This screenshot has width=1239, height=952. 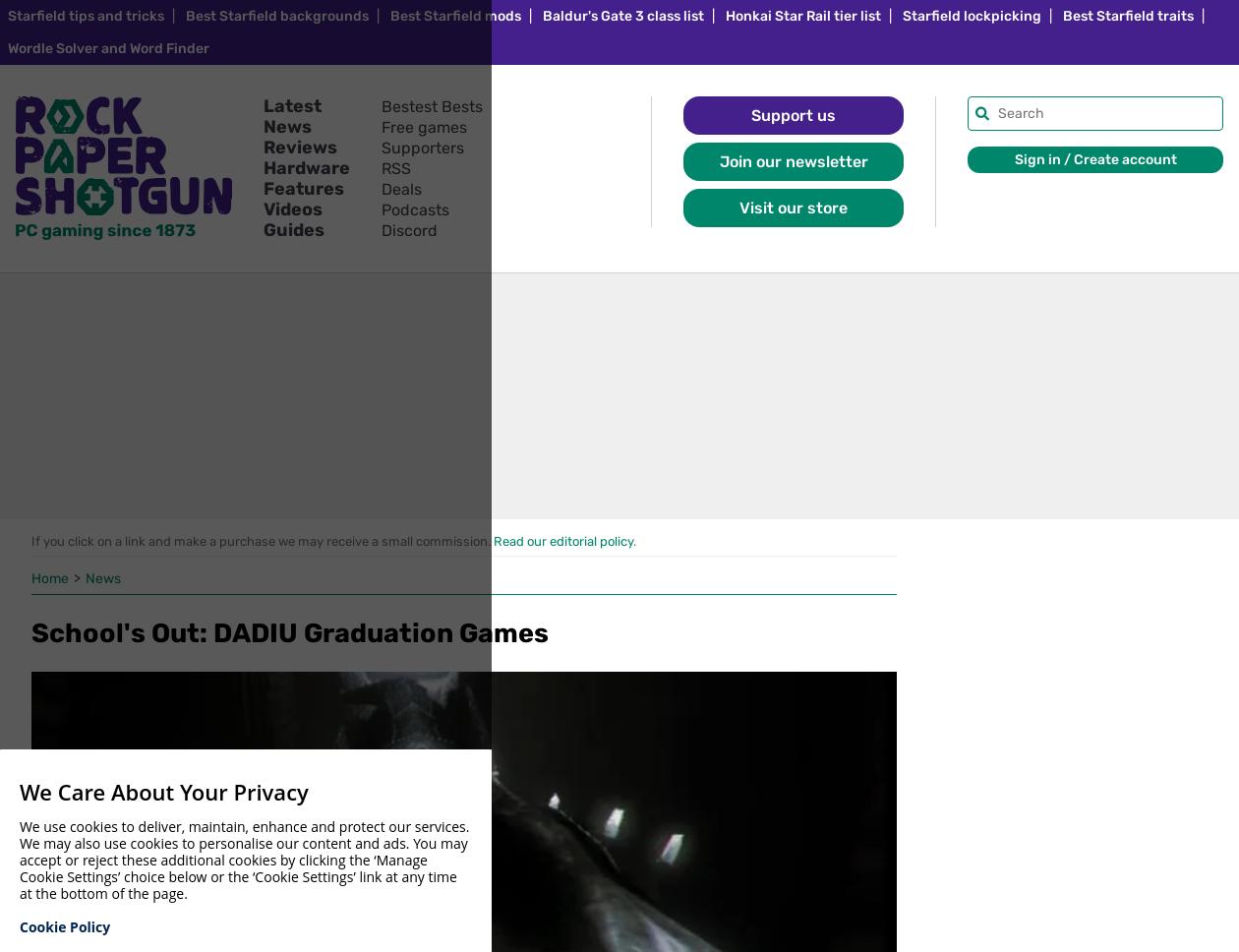 I want to click on '.', so click(x=632, y=540).